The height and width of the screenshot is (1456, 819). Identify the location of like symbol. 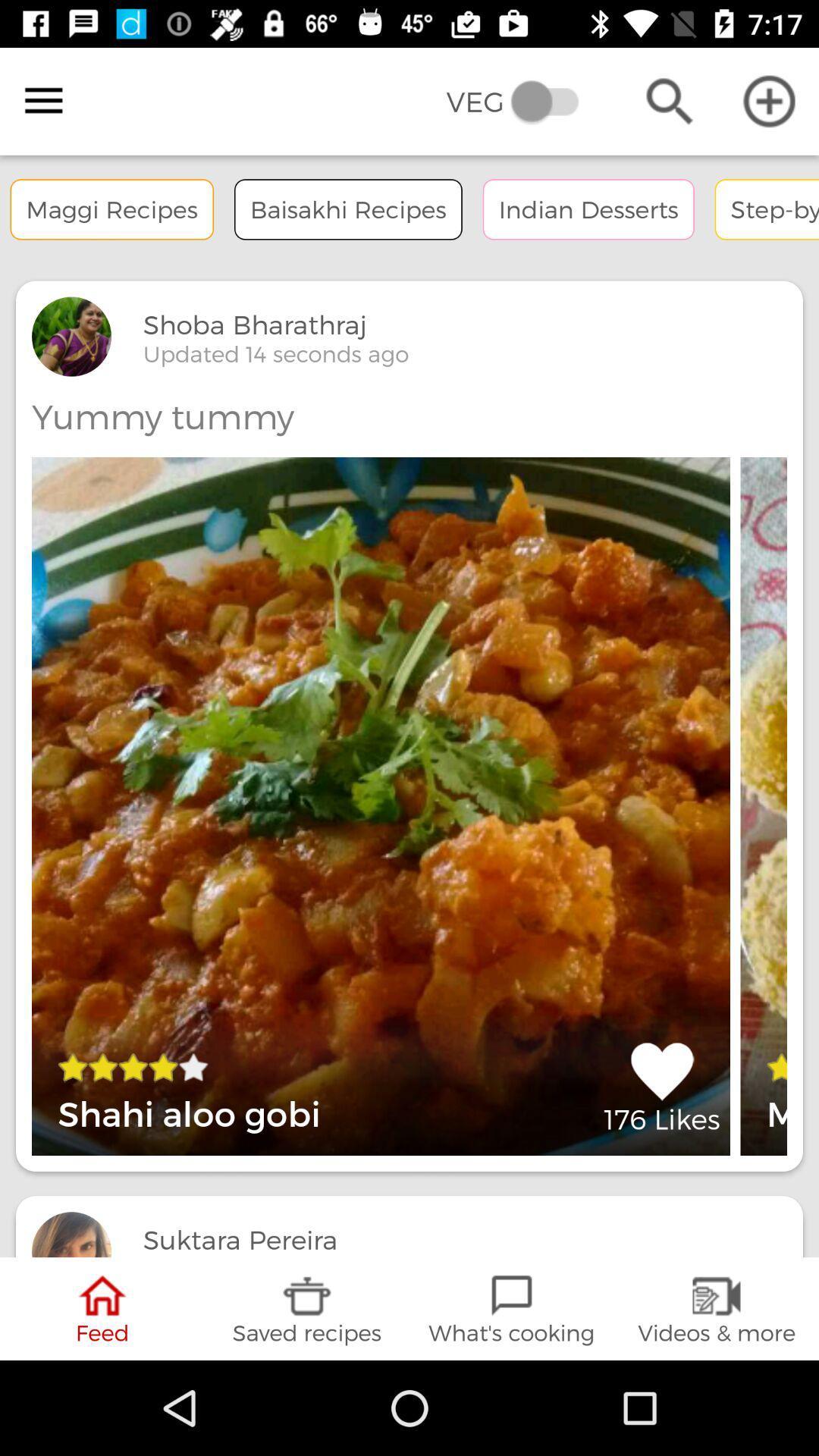
(661, 1087).